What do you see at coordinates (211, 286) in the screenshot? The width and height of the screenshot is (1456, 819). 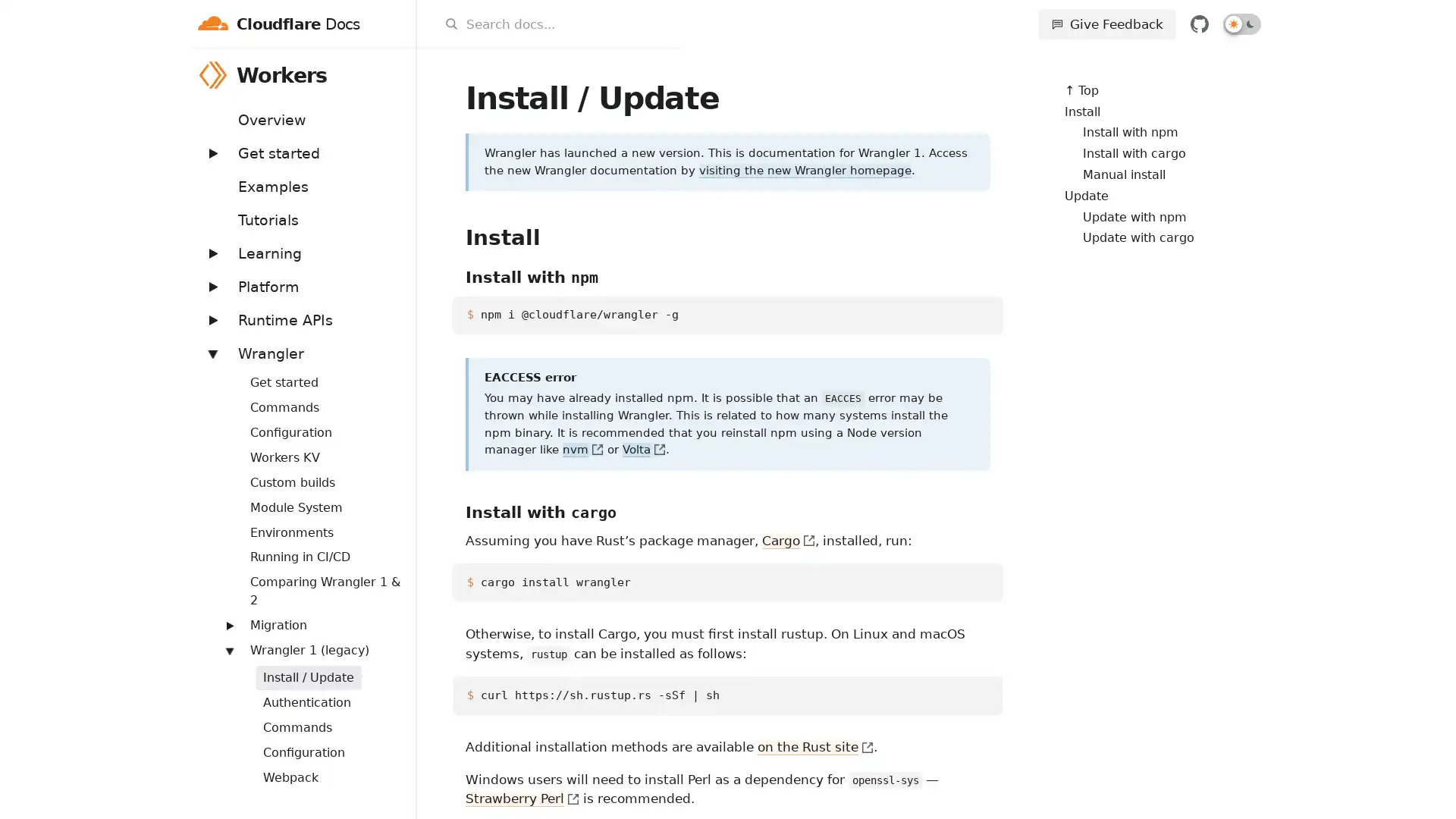 I see `Expand: Platform` at bounding box center [211, 286].